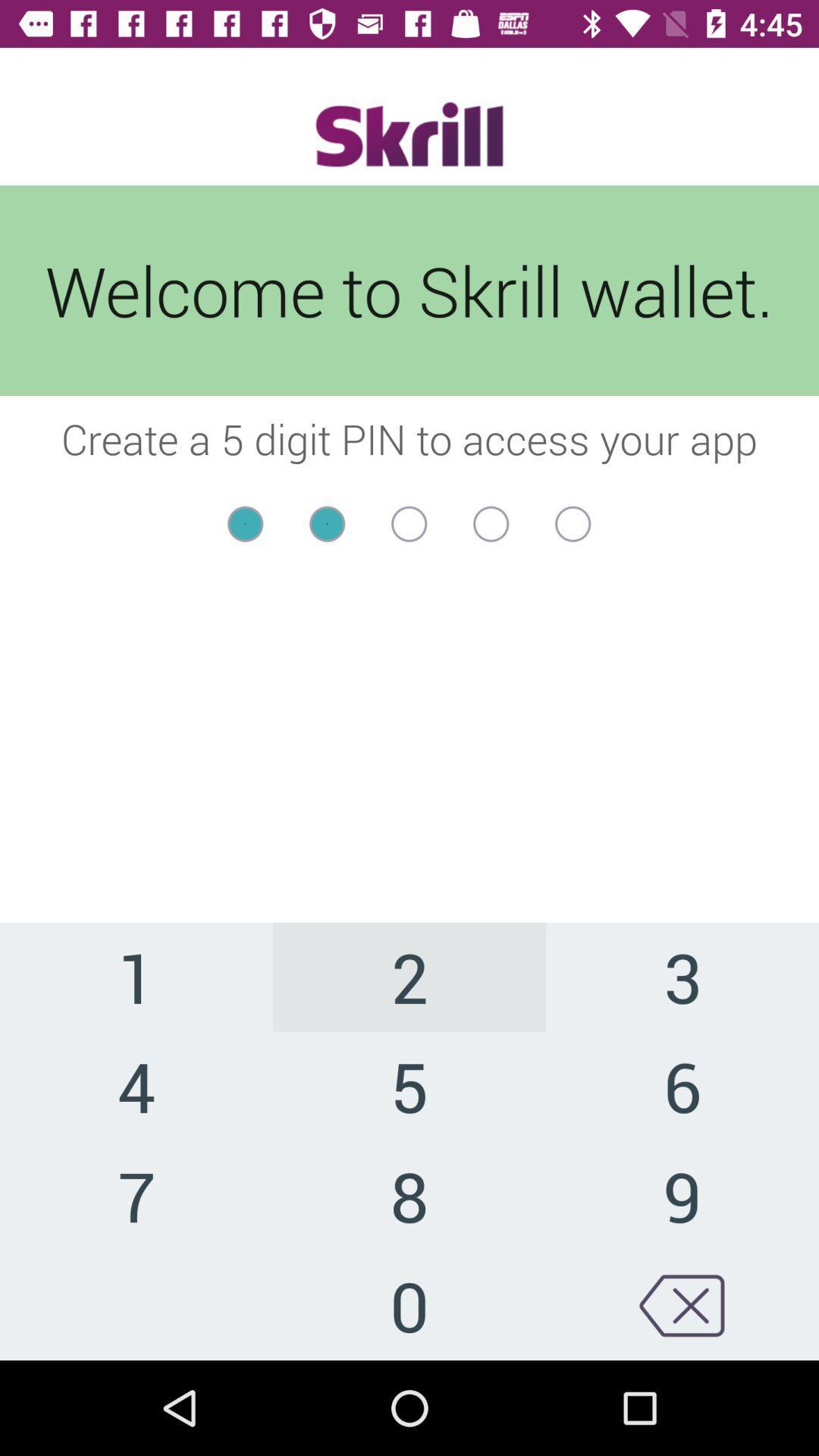 Image resolution: width=819 pixels, height=1456 pixels. Describe the element at coordinates (409, 1304) in the screenshot. I see `the icon to the right of 7` at that location.